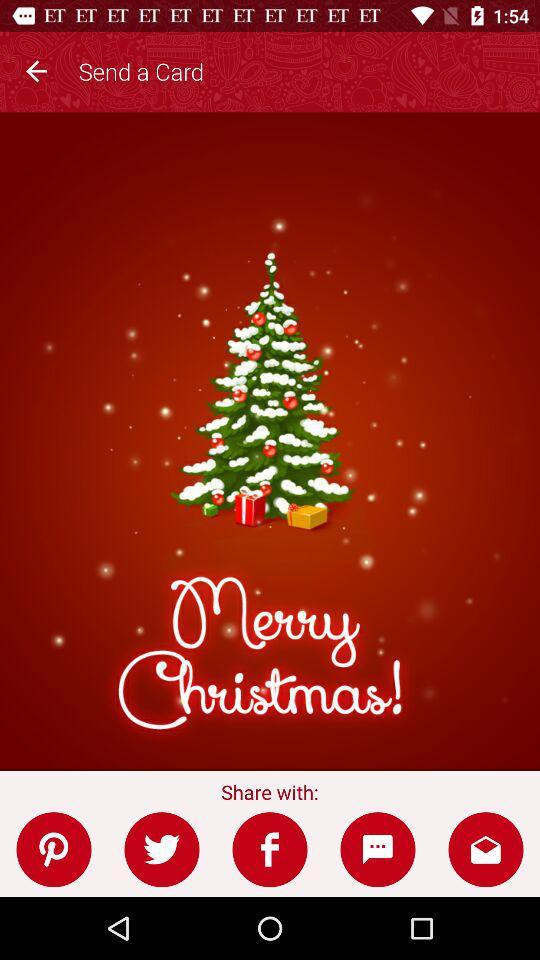 This screenshot has height=960, width=540. What do you see at coordinates (36, 68) in the screenshot?
I see `item next to the send a card app` at bounding box center [36, 68].